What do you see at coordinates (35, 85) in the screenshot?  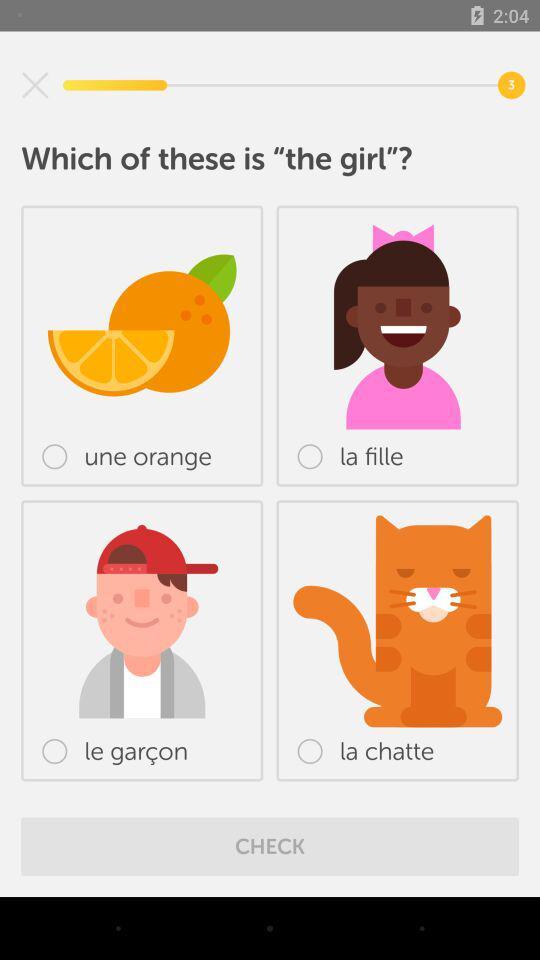 I see `icon at the top left corner` at bounding box center [35, 85].